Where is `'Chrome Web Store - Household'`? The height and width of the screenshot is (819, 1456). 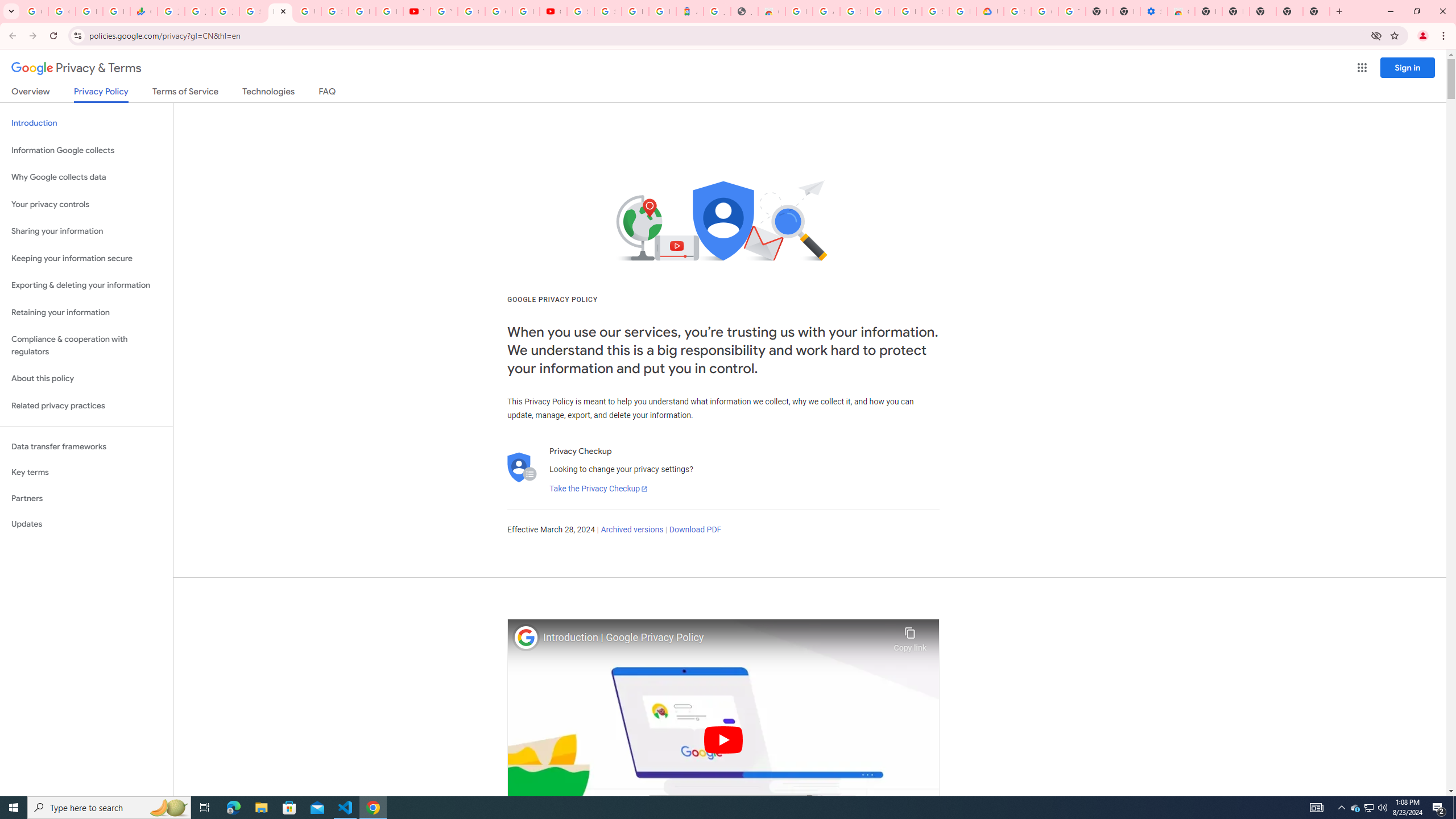 'Chrome Web Store - Household' is located at coordinates (771, 11).